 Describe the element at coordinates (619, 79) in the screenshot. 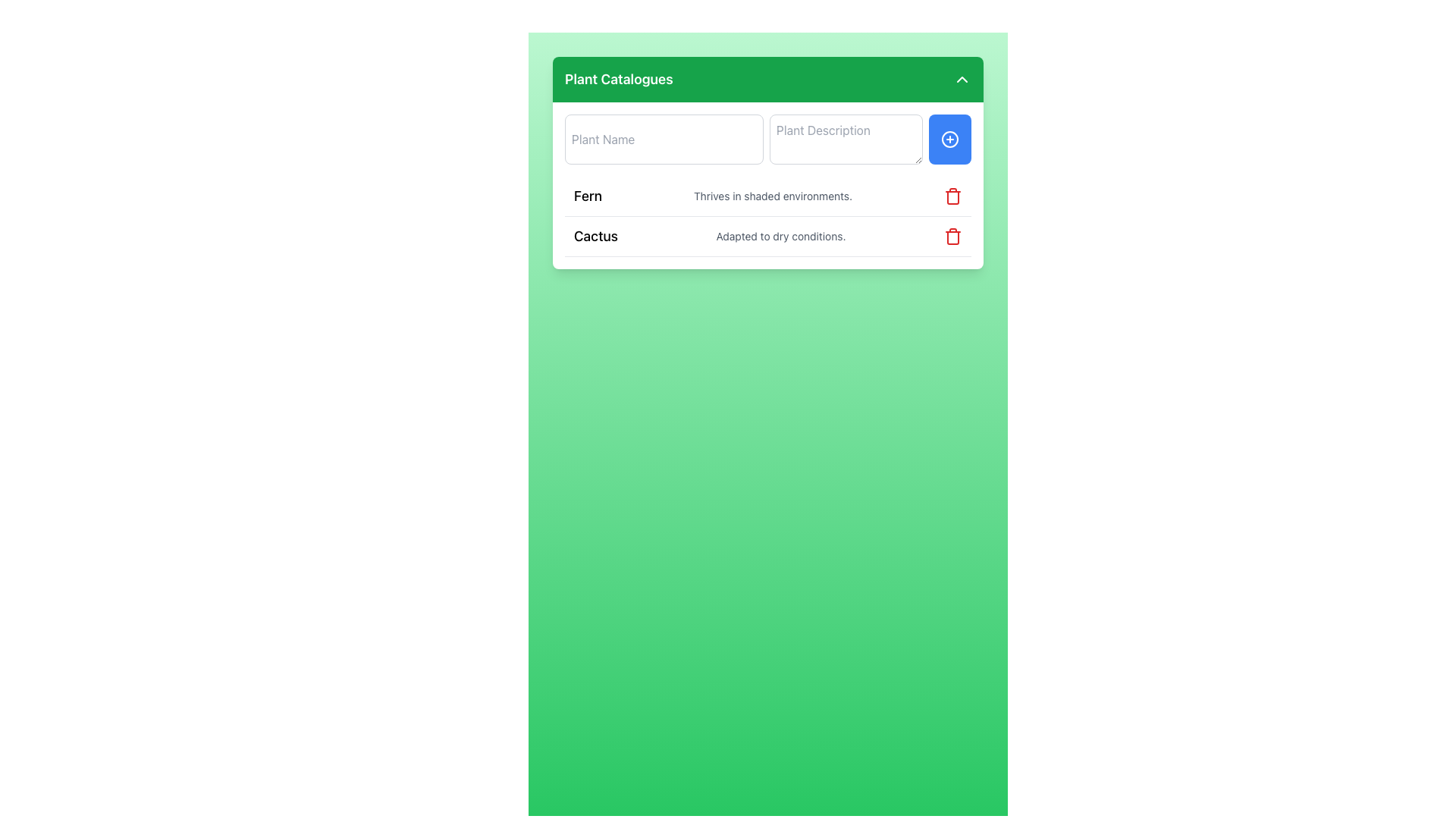

I see `the 'Plant Catalogues' text label, which is displayed in a large, bold white font against a green background, located in the top-left portion of the green header section` at that location.